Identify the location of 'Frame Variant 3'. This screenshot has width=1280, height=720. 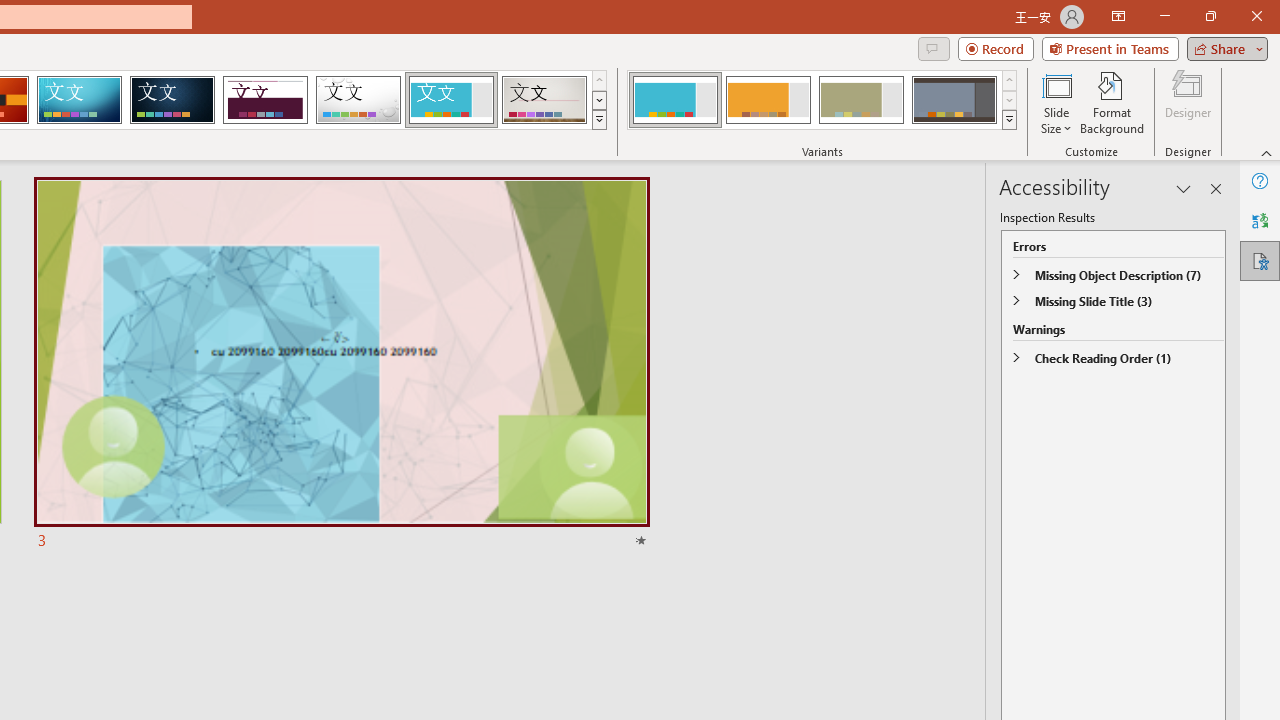
(861, 100).